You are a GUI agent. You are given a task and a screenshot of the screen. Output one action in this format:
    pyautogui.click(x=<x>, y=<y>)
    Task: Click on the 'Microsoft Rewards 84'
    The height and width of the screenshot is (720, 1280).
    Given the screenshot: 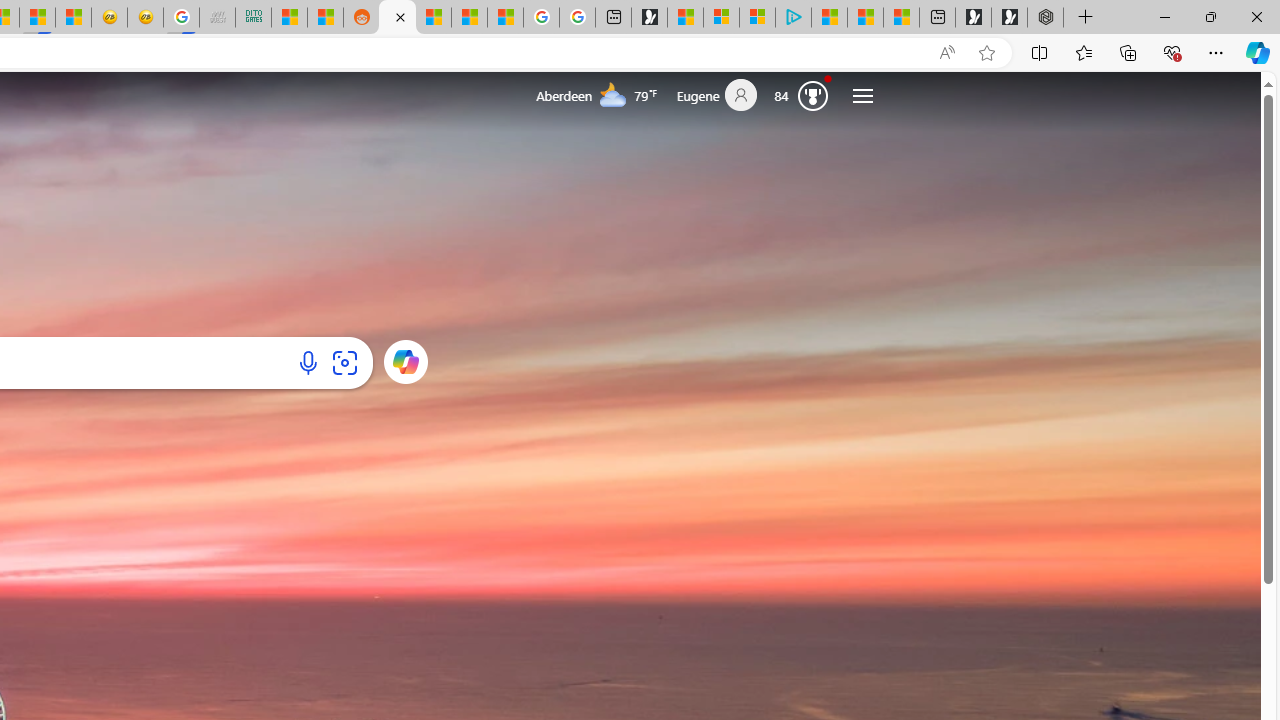 What is the action you would take?
    pyautogui.click(x=805, y=95)
    